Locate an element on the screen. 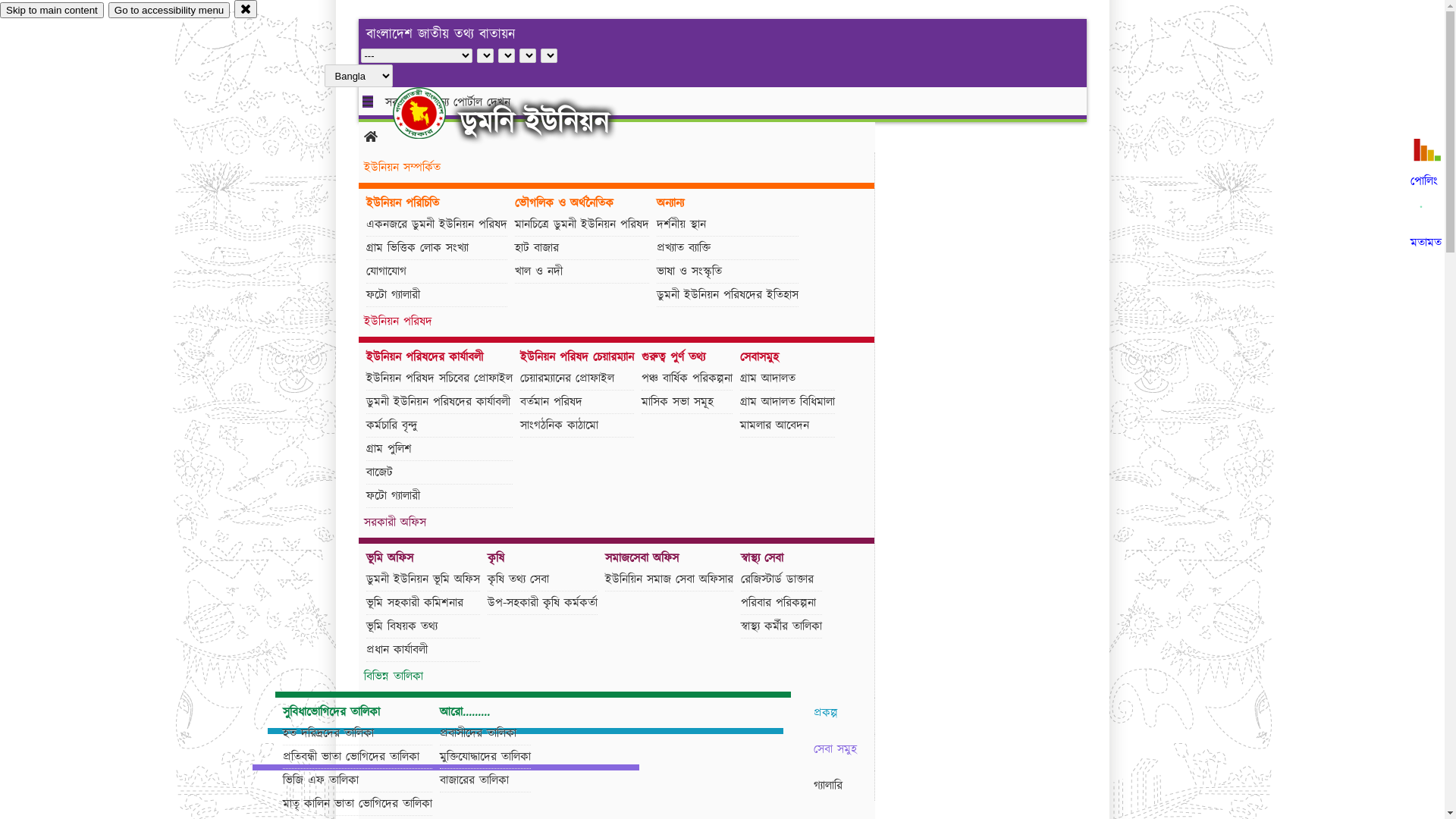 The image size is (1456, 819). 'Skip to main content' is located at coordinates (52, 10).